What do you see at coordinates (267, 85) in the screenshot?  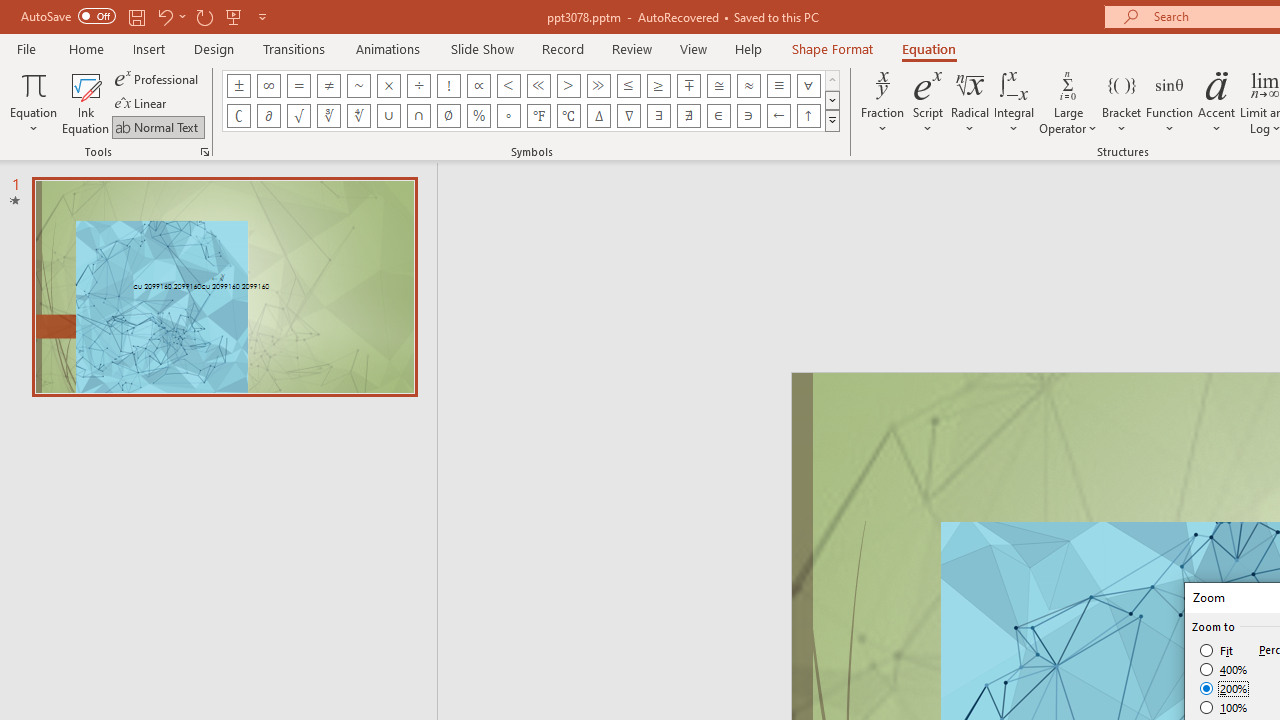 I see `'Equation Symbol Infinity'` at bounding box center [267, 85].